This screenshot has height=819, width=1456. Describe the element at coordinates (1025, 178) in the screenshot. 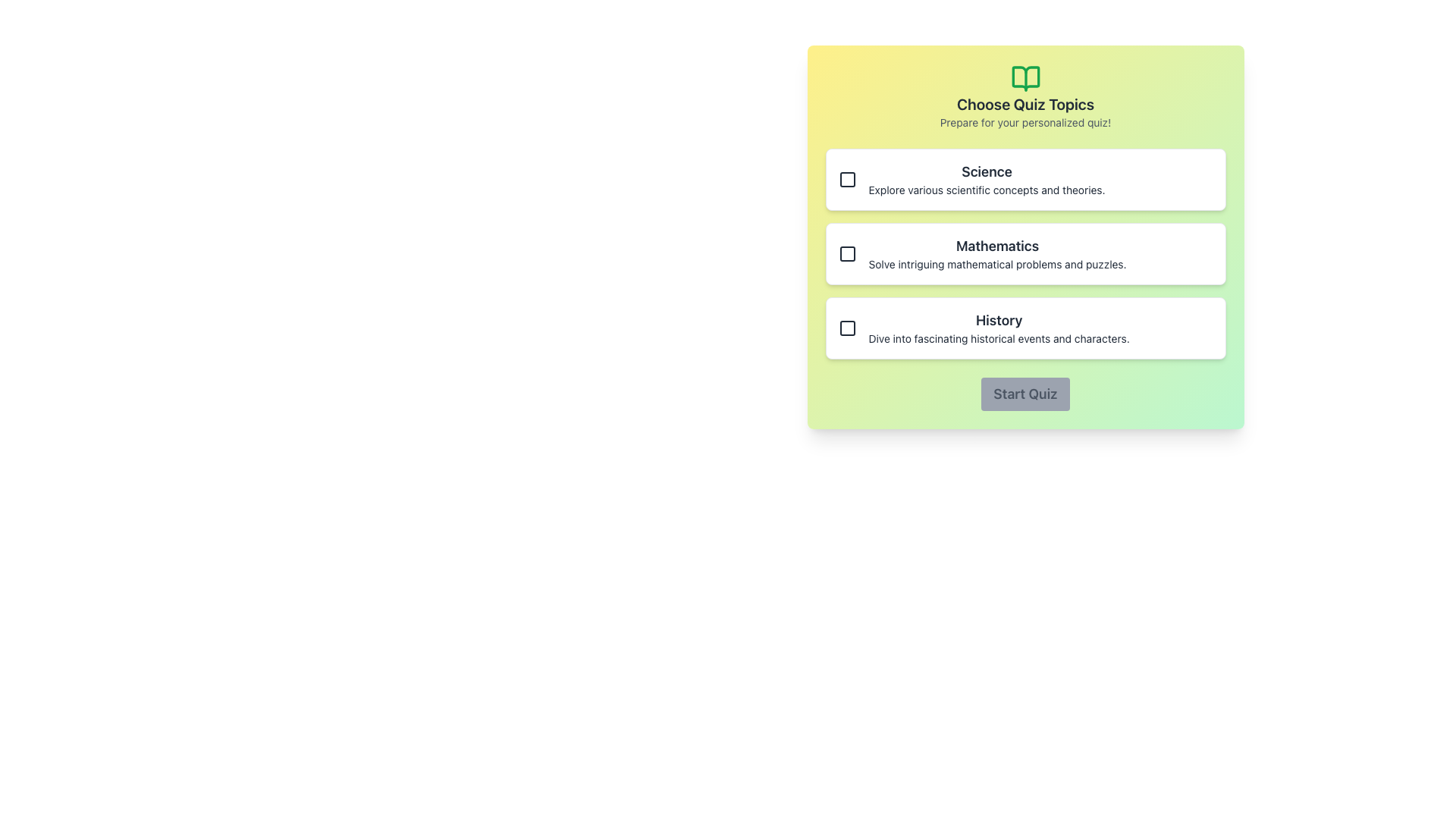

I see `text in the Selectable Option Card labeled 'Science' which includes the header and subtitle` at that location.